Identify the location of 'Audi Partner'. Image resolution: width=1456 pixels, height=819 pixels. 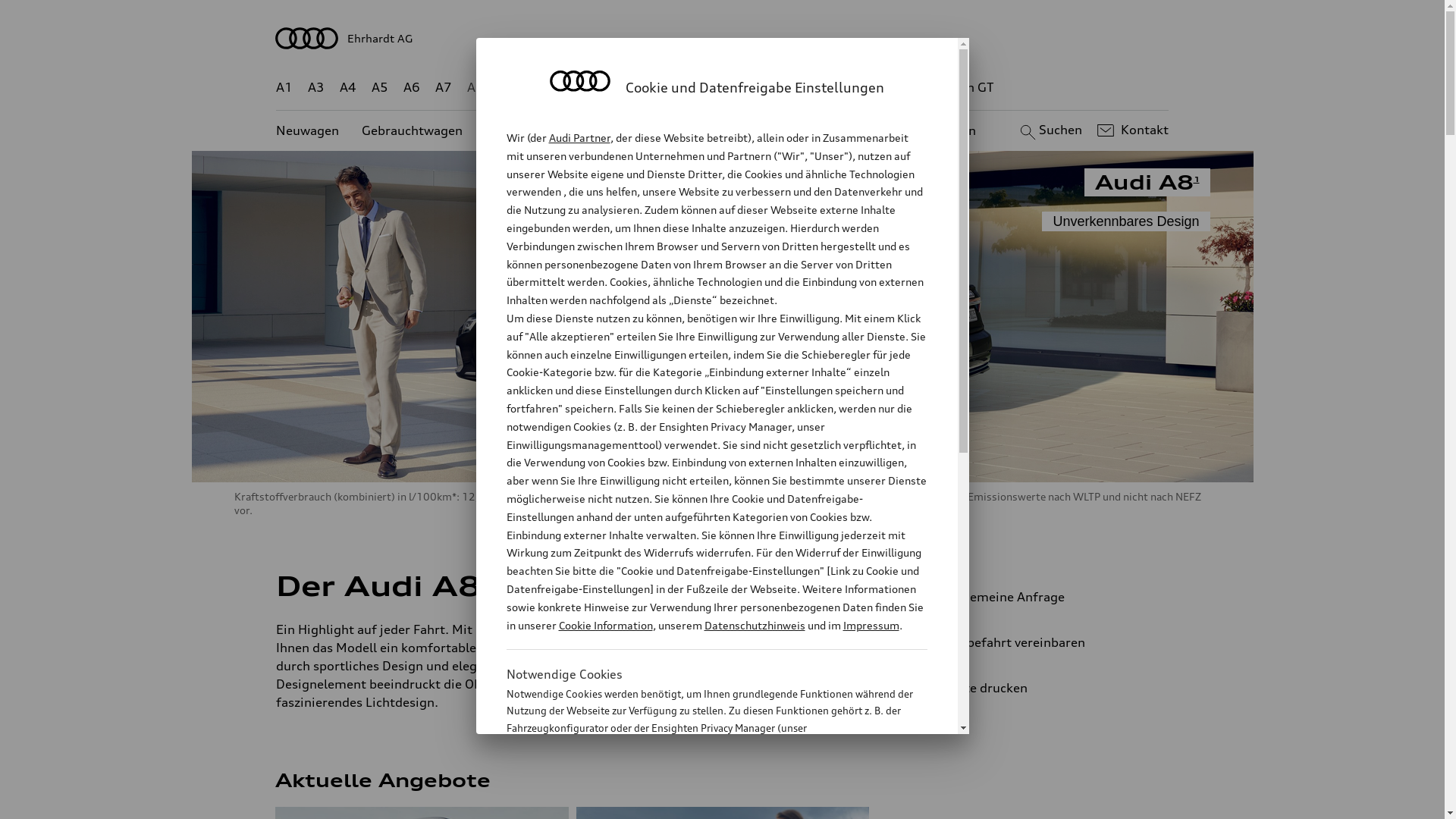
(579, 137).